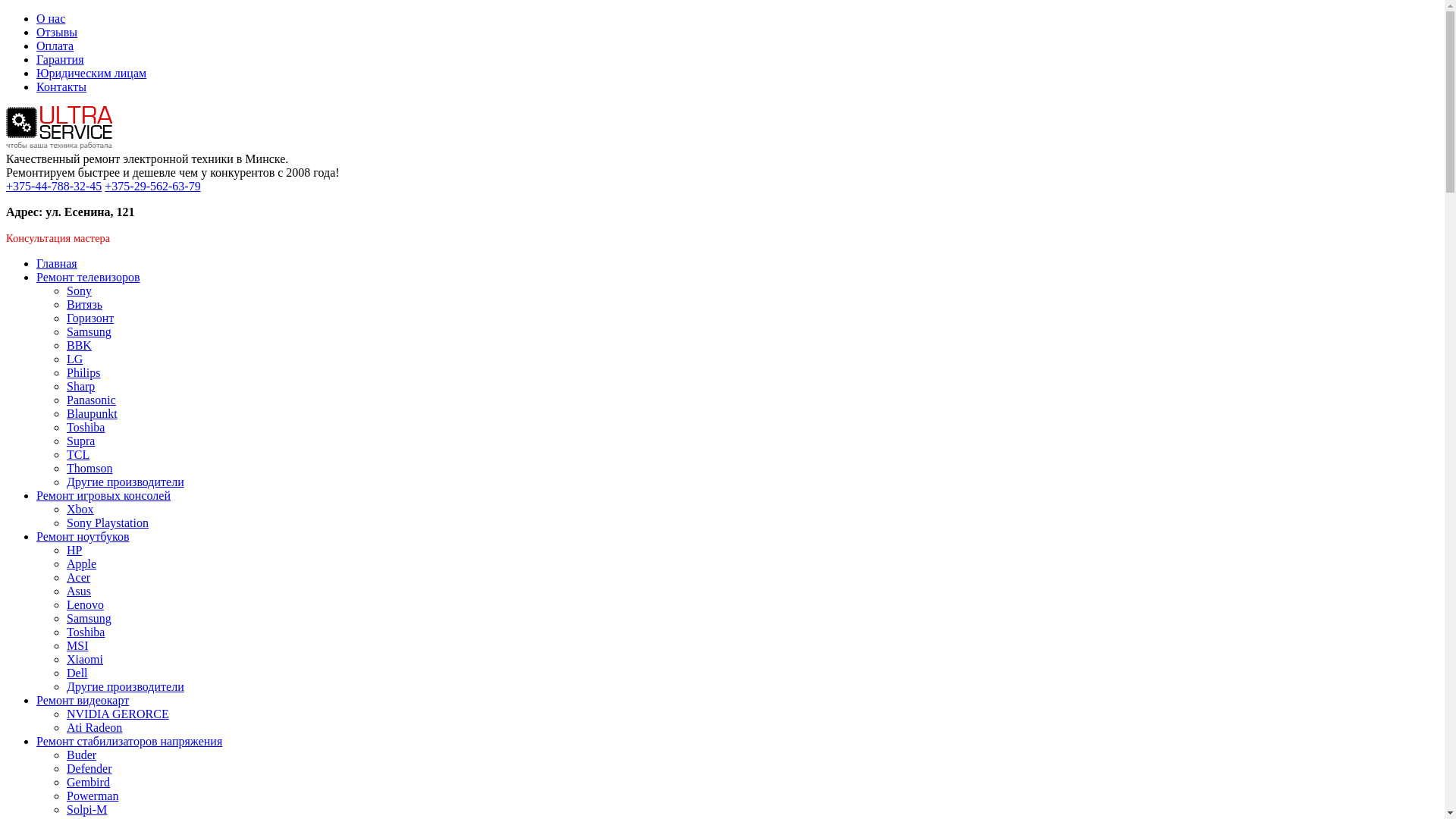 This screenshot has width=1456, height=819. I want to click on 'Philips', so click(83, 372).